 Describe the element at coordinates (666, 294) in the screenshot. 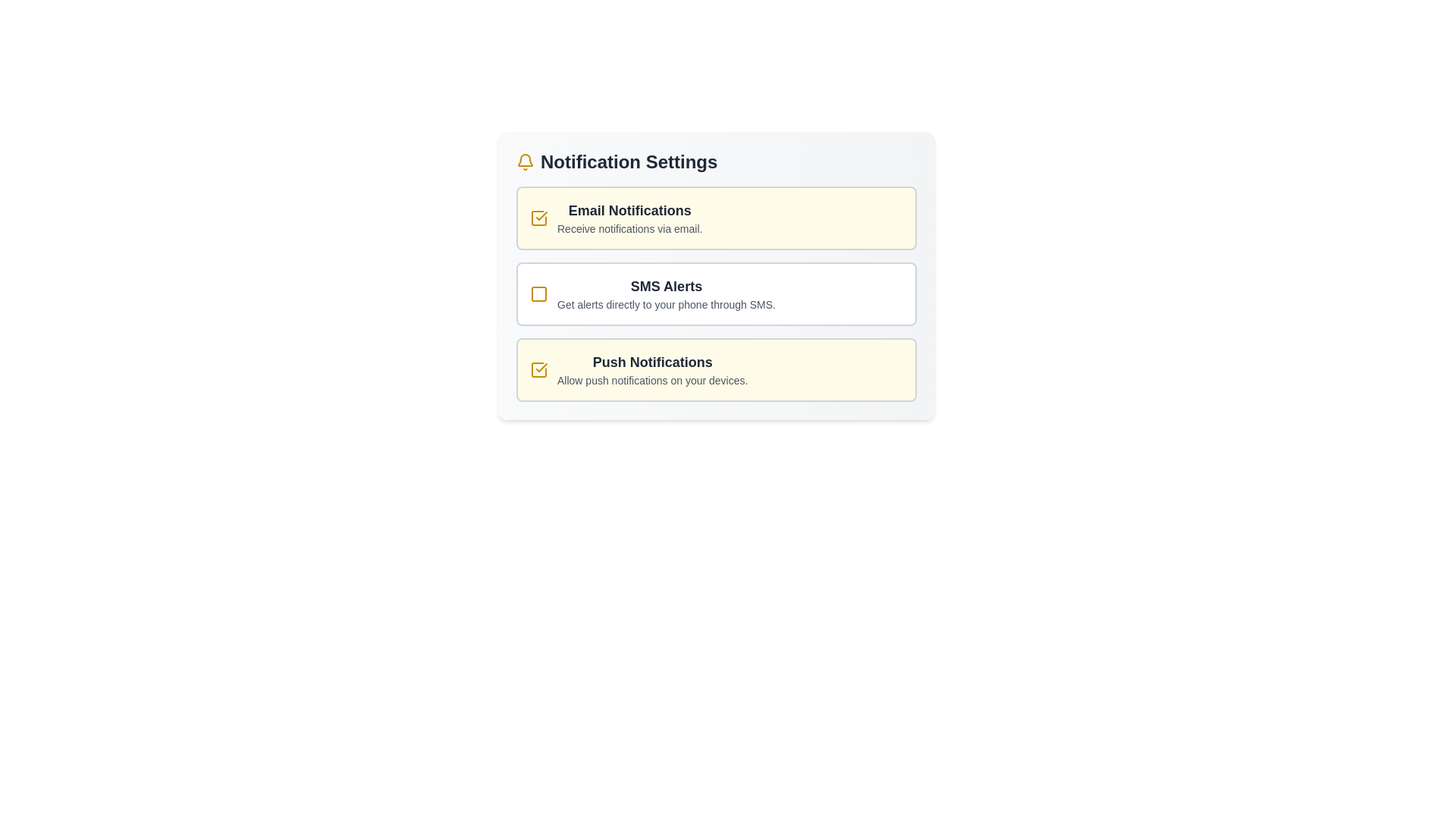

I see `the Informational text block titled 'SMS Alerts', which contains a bold title and a smaller description, located in the 'Notification Settings' group` at that location.